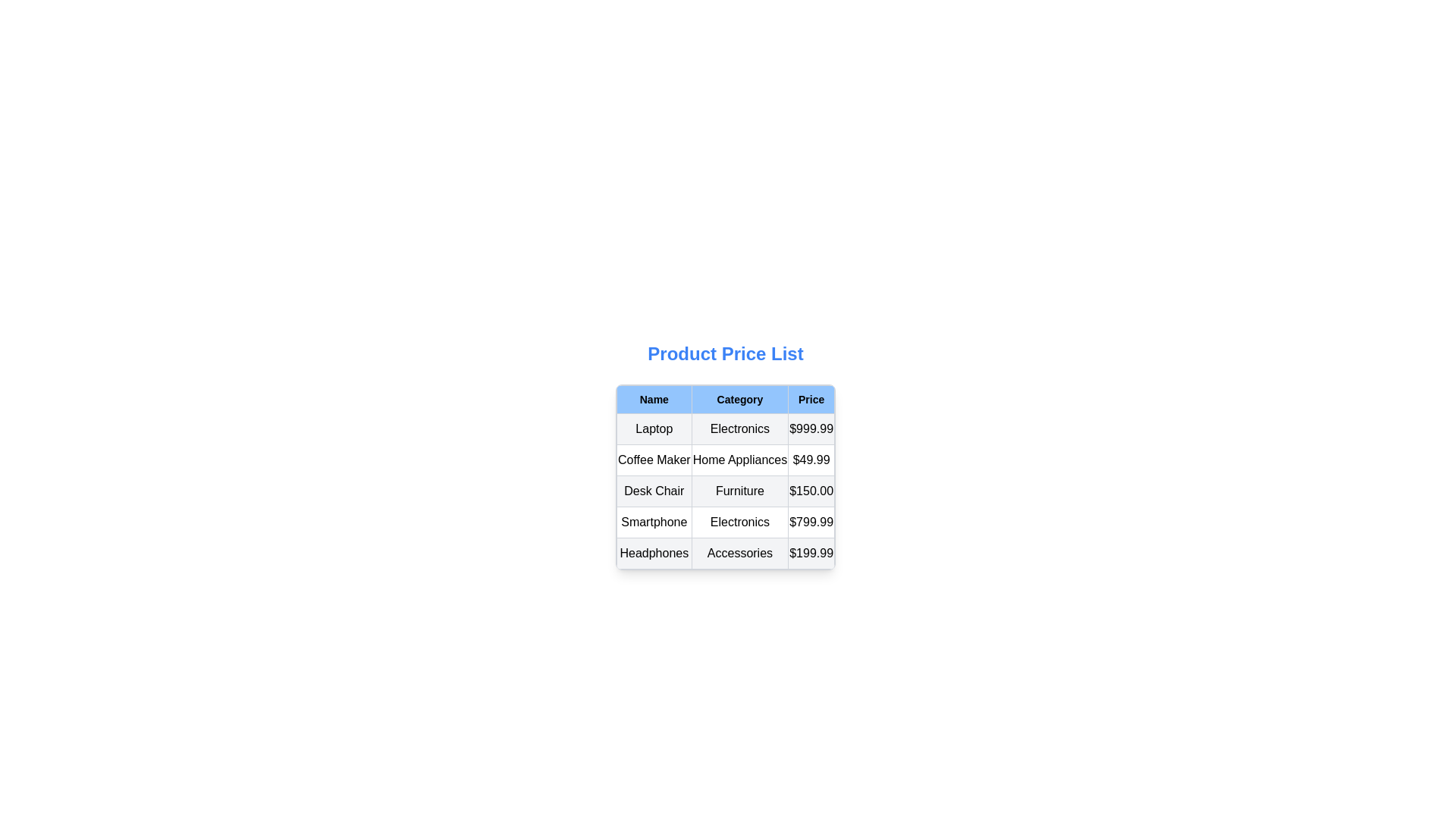 This screenshot has width=1456, height=819. I want to click on the Table Header Cell that displays the text 'Name' in bold with a light blue background, positioned as the first column header in the 'Product Price List' table, so click(654, 399).